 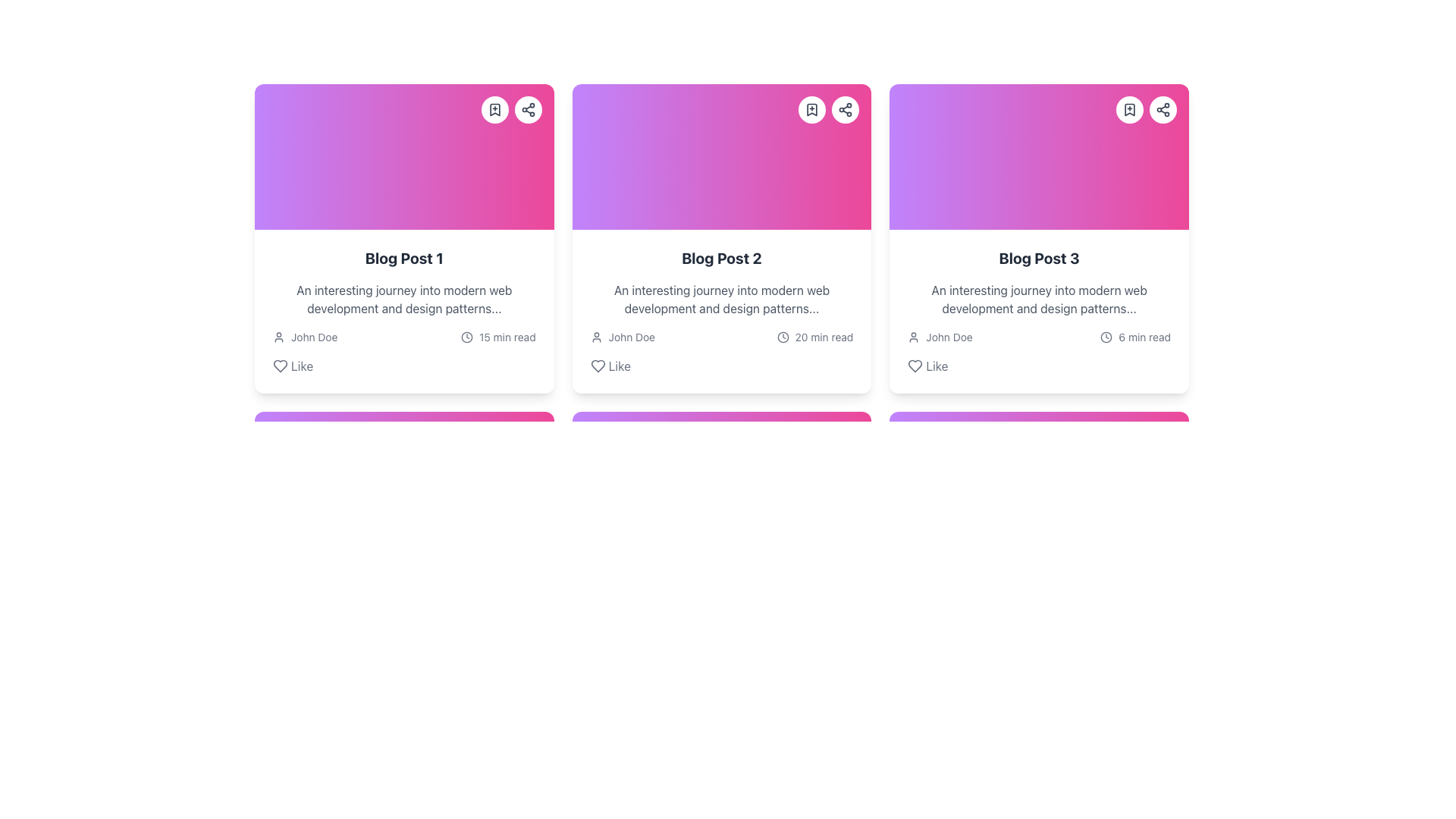 What do you see at coordinates (927, 366) in the screenshot?
I see `the 'Like' button, which features a heart-shaped icon and the text 'Like', located at the bottom left corner of the content card titled 'Blog Post 3'` at bounding box center [927, 366].